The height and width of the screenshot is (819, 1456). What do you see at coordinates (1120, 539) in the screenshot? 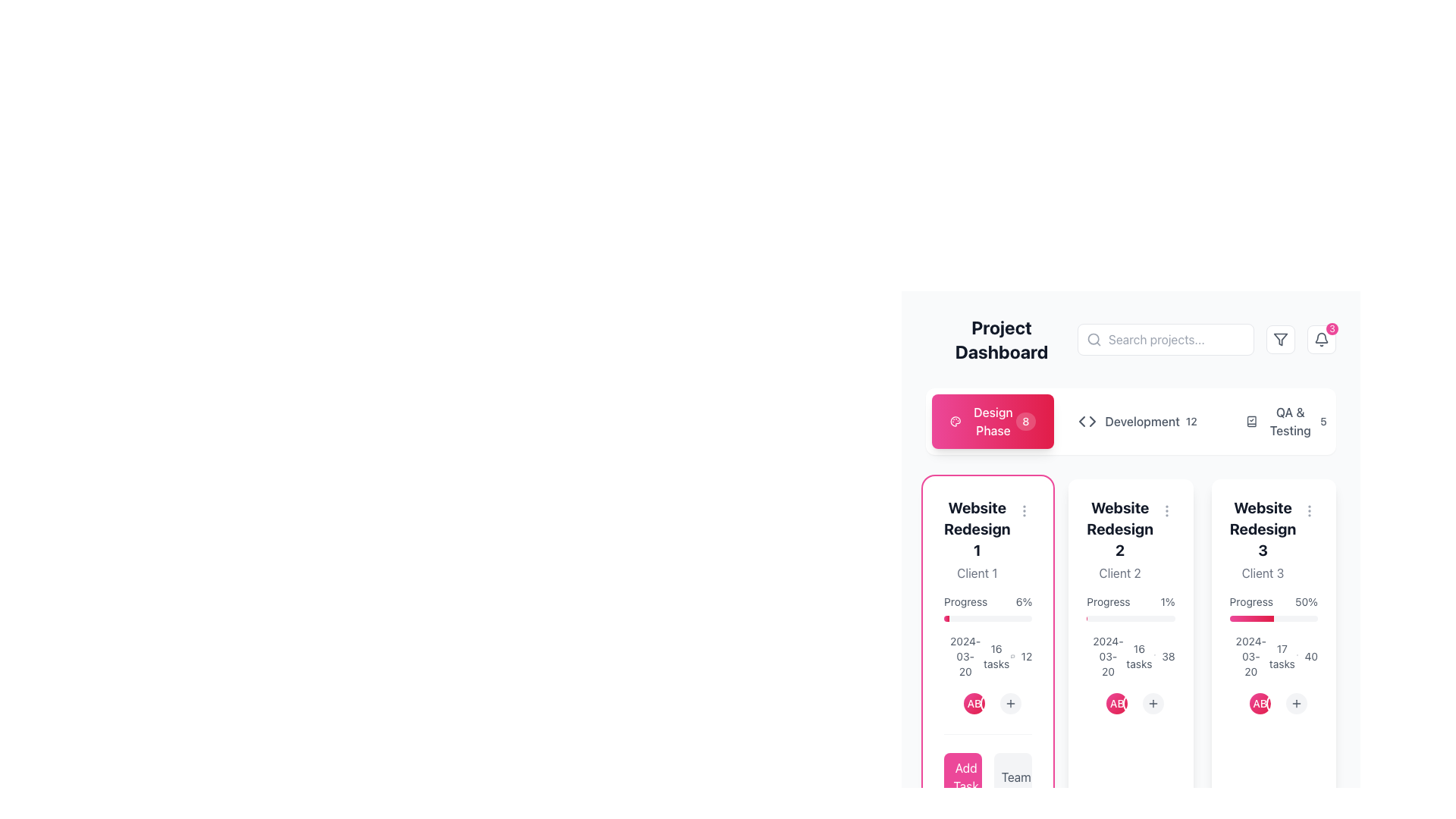
I see `the stylized header labeled 'Website Redesign 2' in the 'Design Phase' section` at bounding box center [1120, 539].